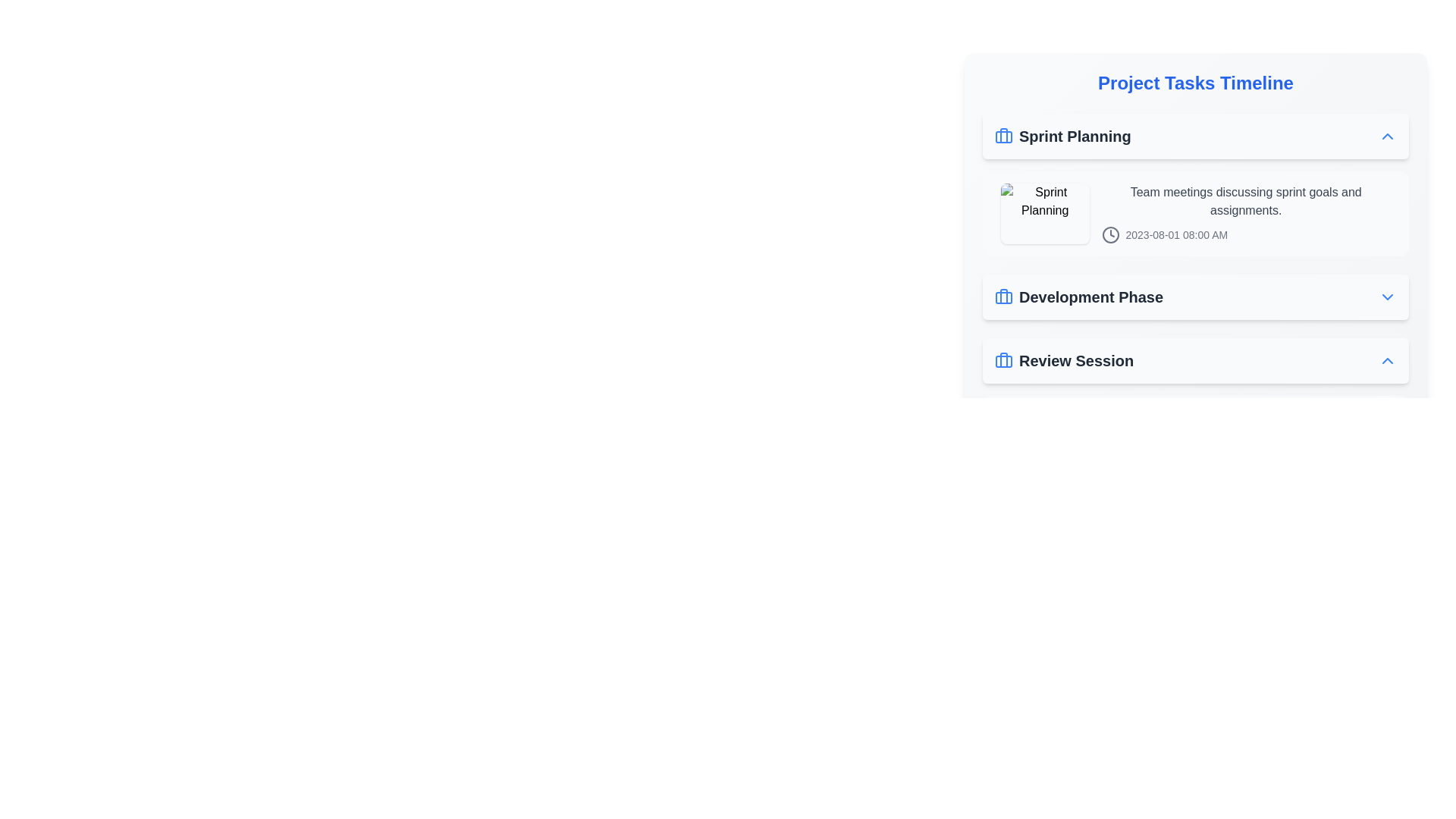  What do you see at coordinates (1074, 136) in the screenshot?
I see `the 'Sprint Planning' text label located under the 'Project Tasks Timeline' section, which is visually distinct and aligned with an icon on the left` at bounding box center [1074, 136].